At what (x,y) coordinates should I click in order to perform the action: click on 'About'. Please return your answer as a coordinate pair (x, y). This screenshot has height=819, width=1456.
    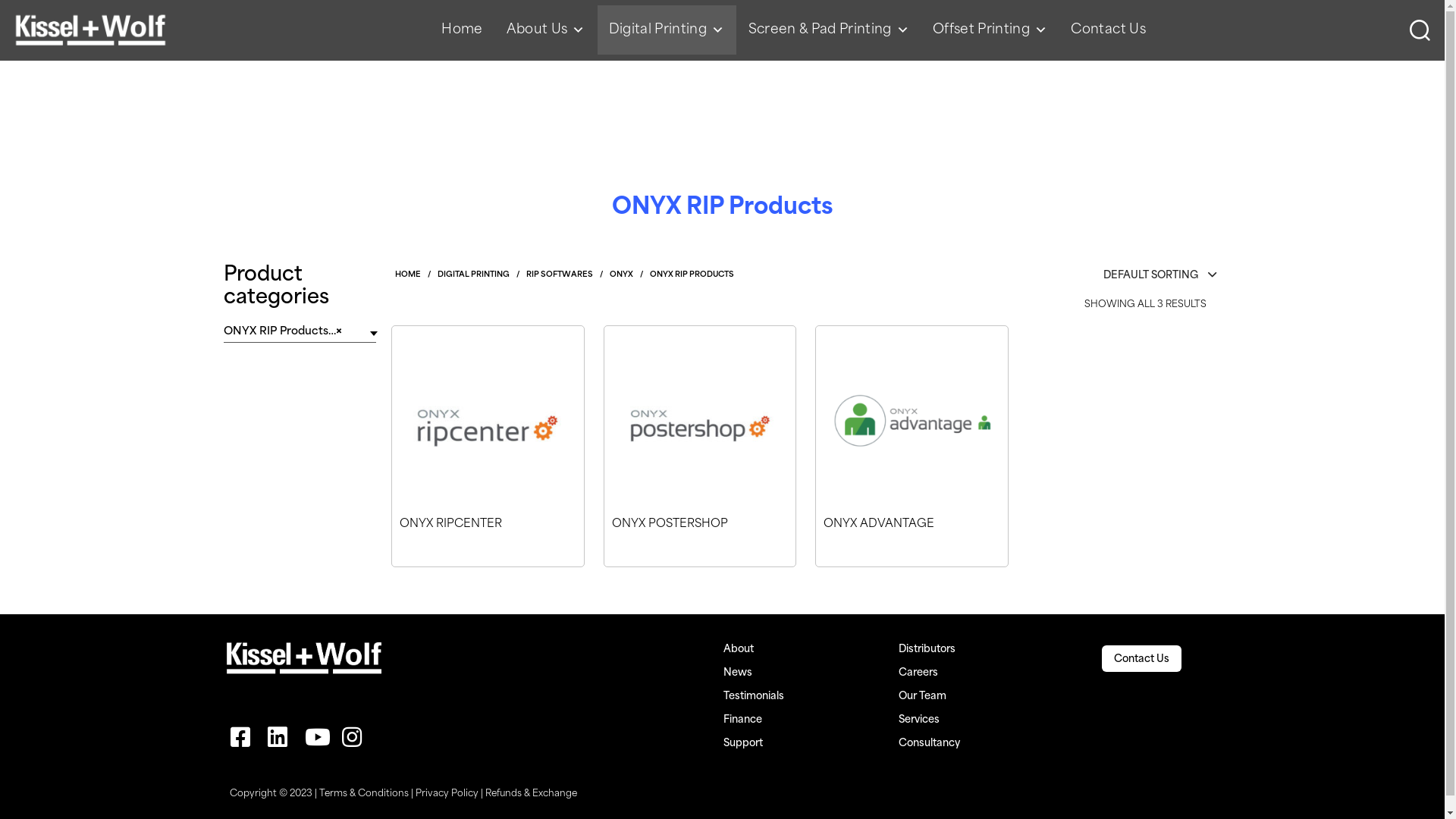
    Looking at the image, I should click on (723, 648).